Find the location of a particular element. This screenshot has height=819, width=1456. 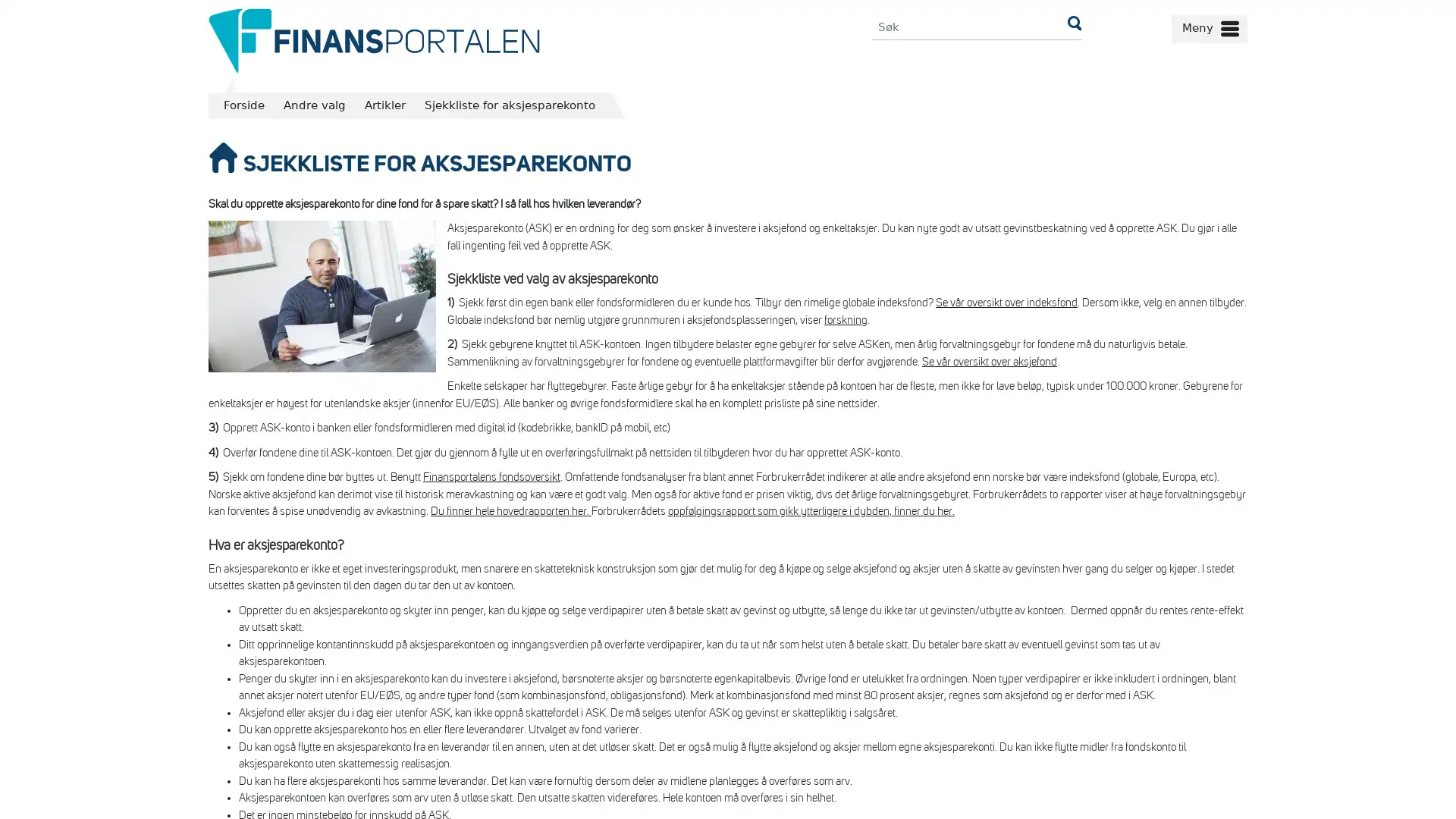

Knapp for sk is located at coordinates (1073, 27).